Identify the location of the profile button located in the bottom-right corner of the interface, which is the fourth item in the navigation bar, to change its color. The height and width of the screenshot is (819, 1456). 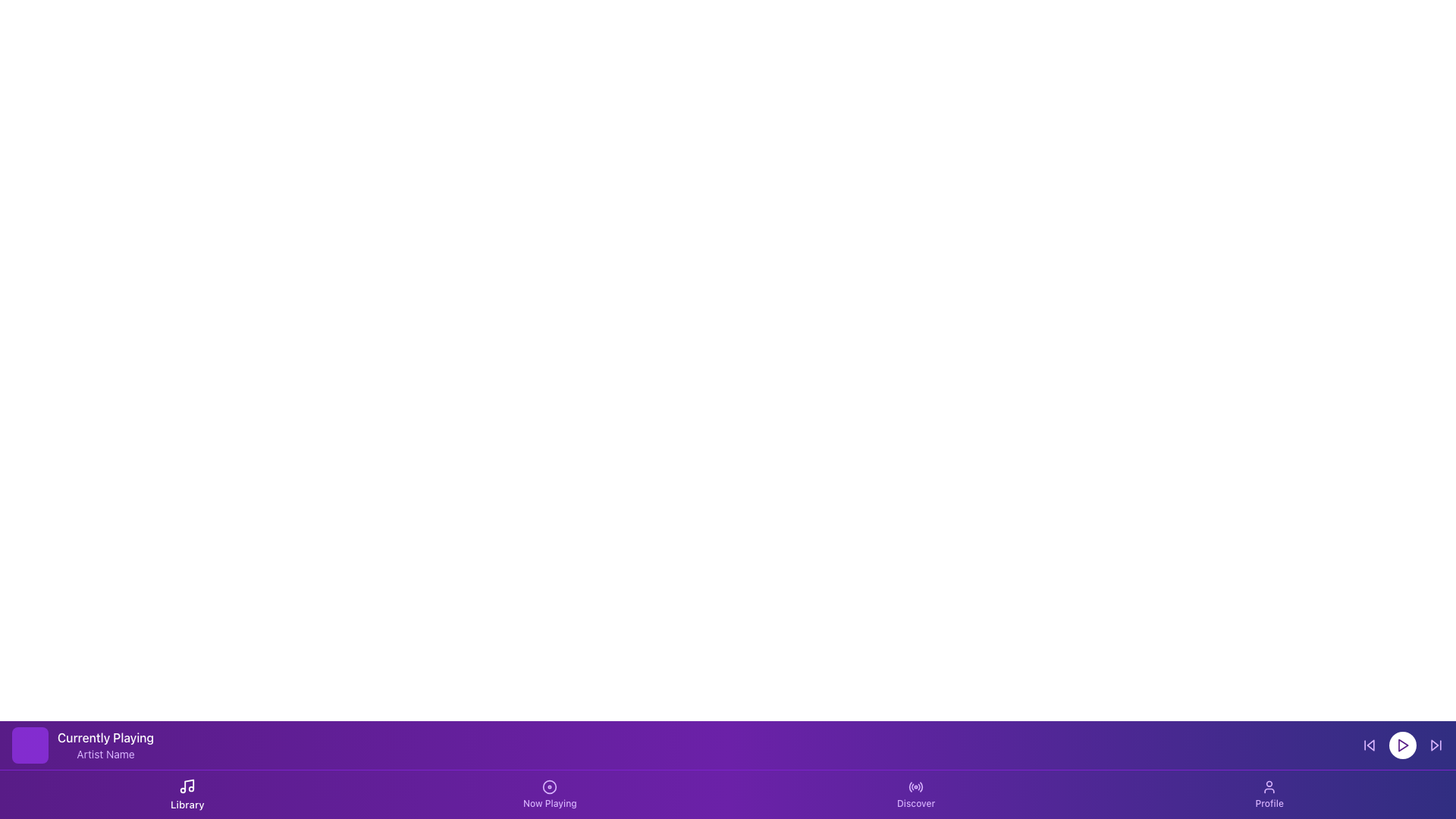
(1269, 794).